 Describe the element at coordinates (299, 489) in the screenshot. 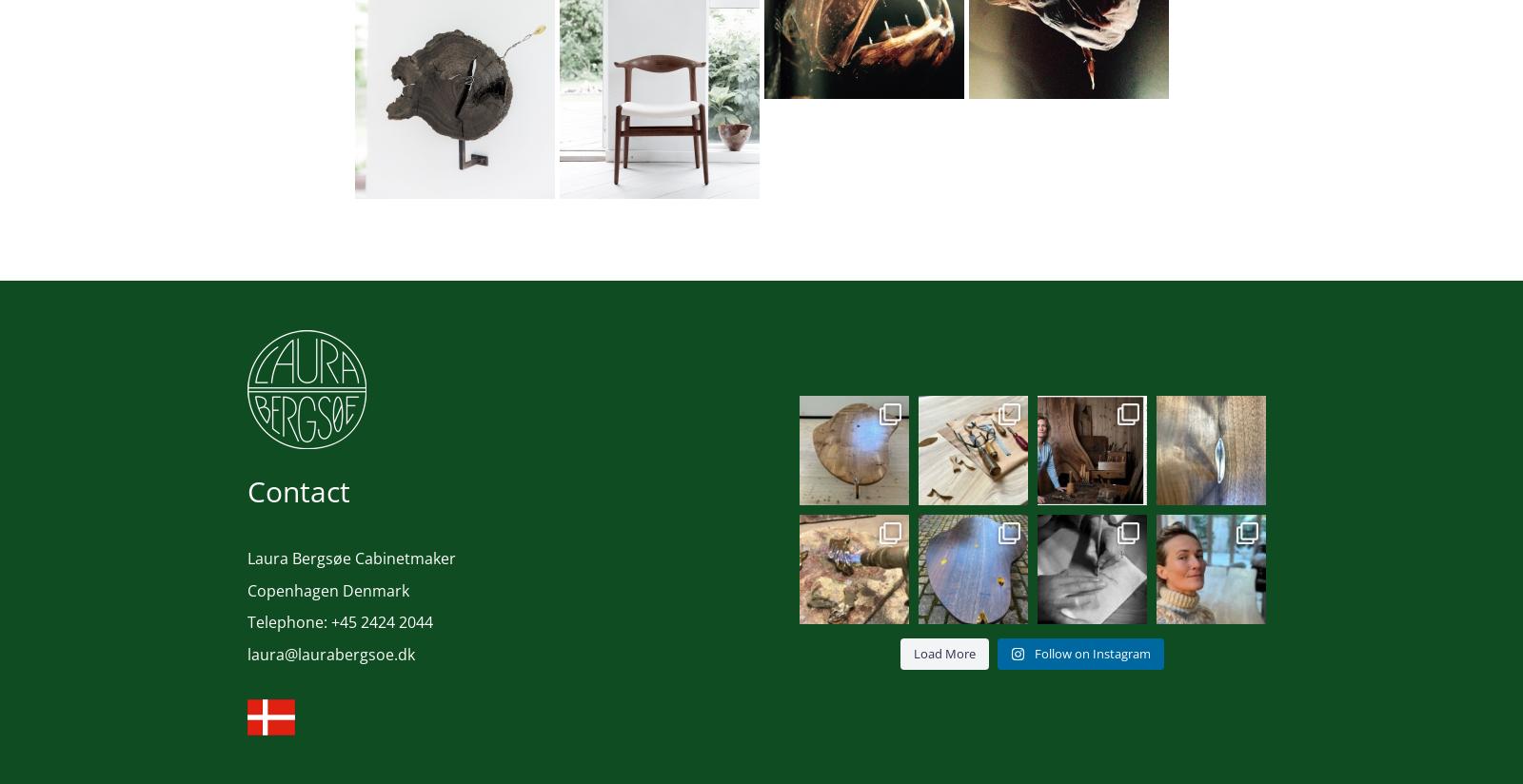

I see `'Contact'` at that location.